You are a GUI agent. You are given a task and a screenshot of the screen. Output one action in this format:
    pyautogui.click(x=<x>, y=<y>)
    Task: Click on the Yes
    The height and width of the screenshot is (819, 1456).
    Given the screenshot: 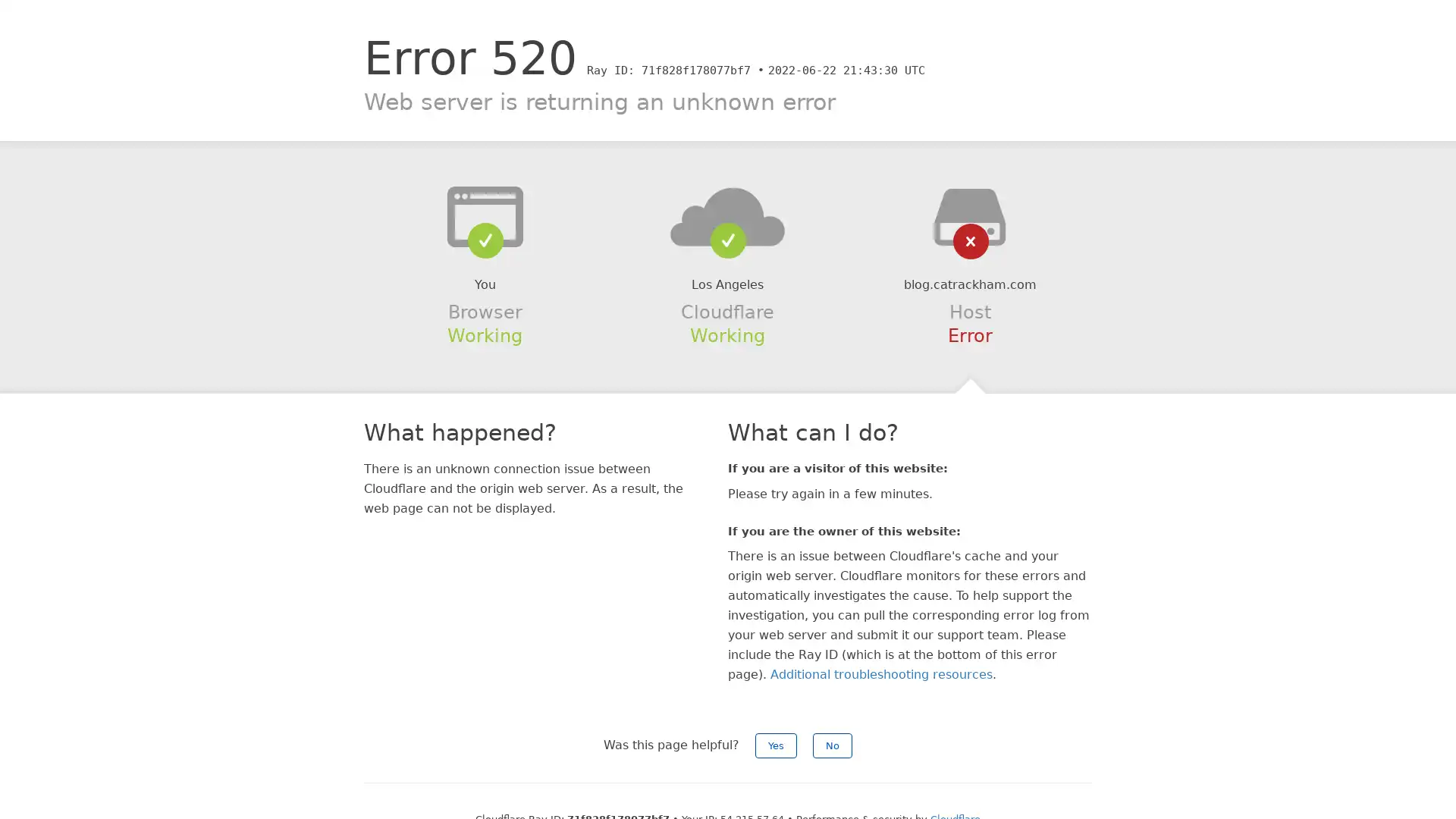 What is the action you would take?
    pyautogui.click(x=776, y=745)
    